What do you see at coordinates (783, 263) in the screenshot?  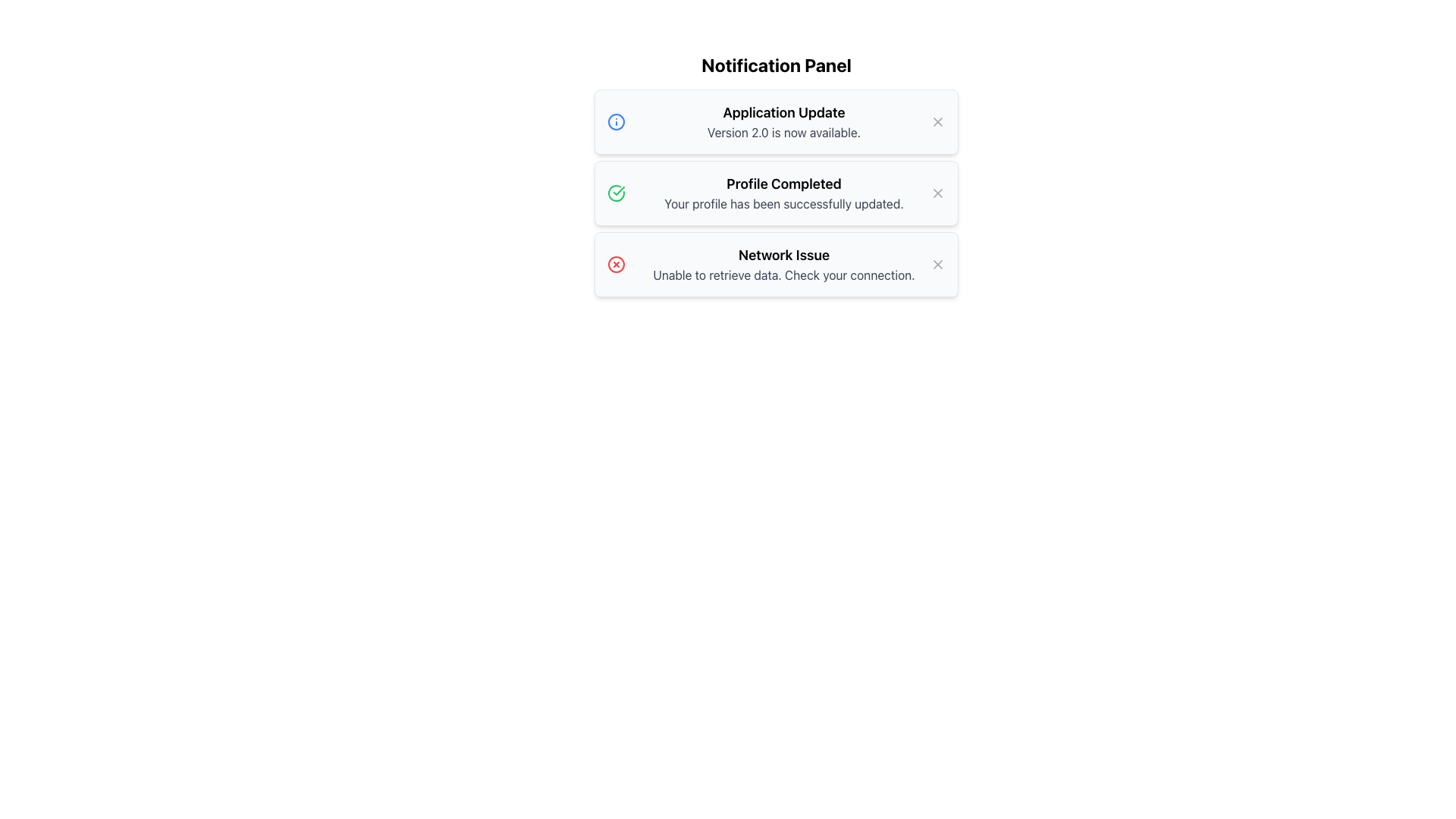 I see `the error message element displaying 'Network Issue' with the follow-up text 'Unable to retrieve data. Check your connection.'` at bounding box center [783, 263].